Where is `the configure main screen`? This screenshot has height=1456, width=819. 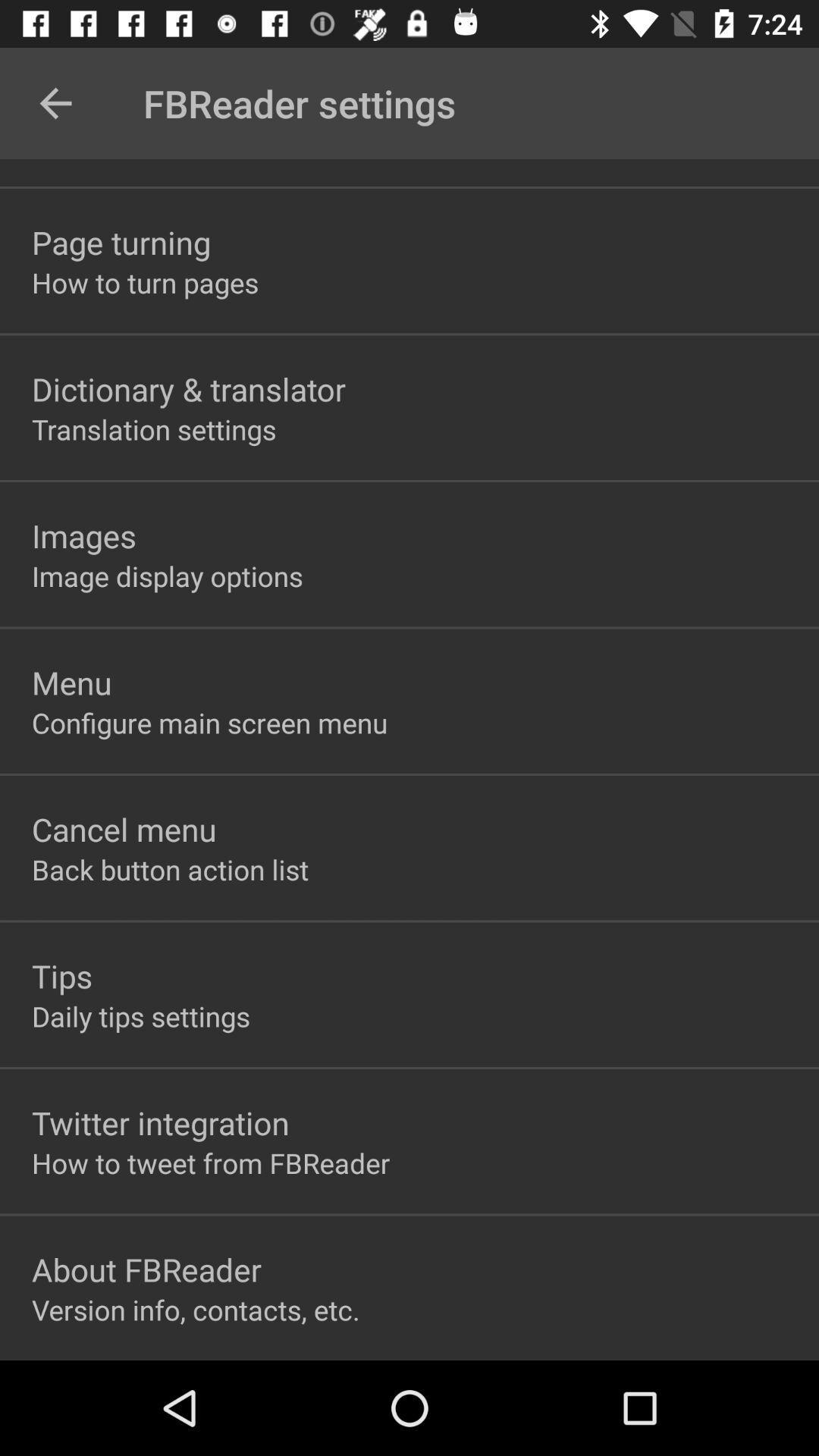 the configure main screen is located at coordinates (209, 722).